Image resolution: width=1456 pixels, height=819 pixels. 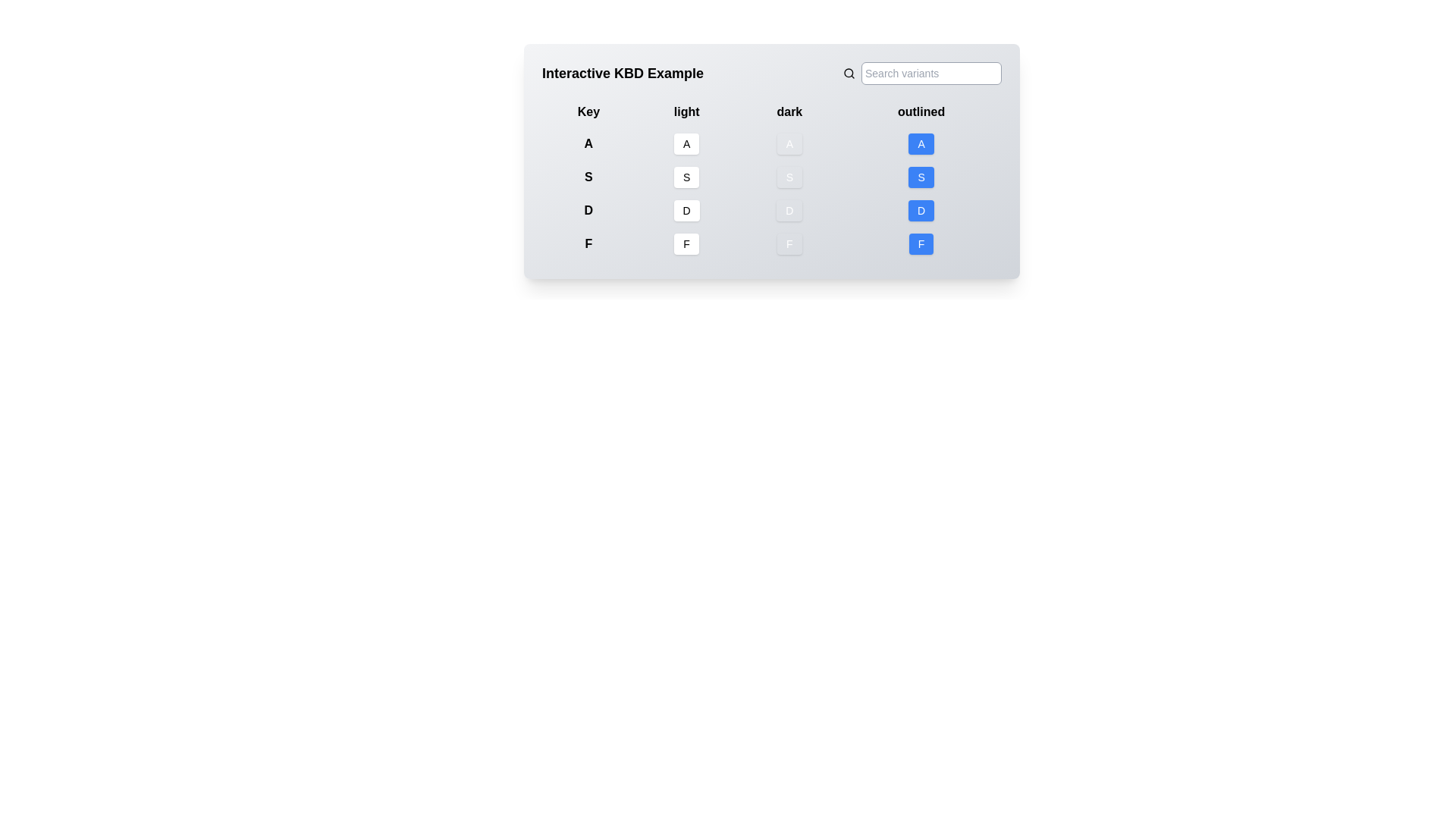 What do you see at coordinates (848, 73) in the screenshot?
I see `the magnifying glass icon located to the immediate left of the 'Search variants' text input field` at bounding box center [848, 73].